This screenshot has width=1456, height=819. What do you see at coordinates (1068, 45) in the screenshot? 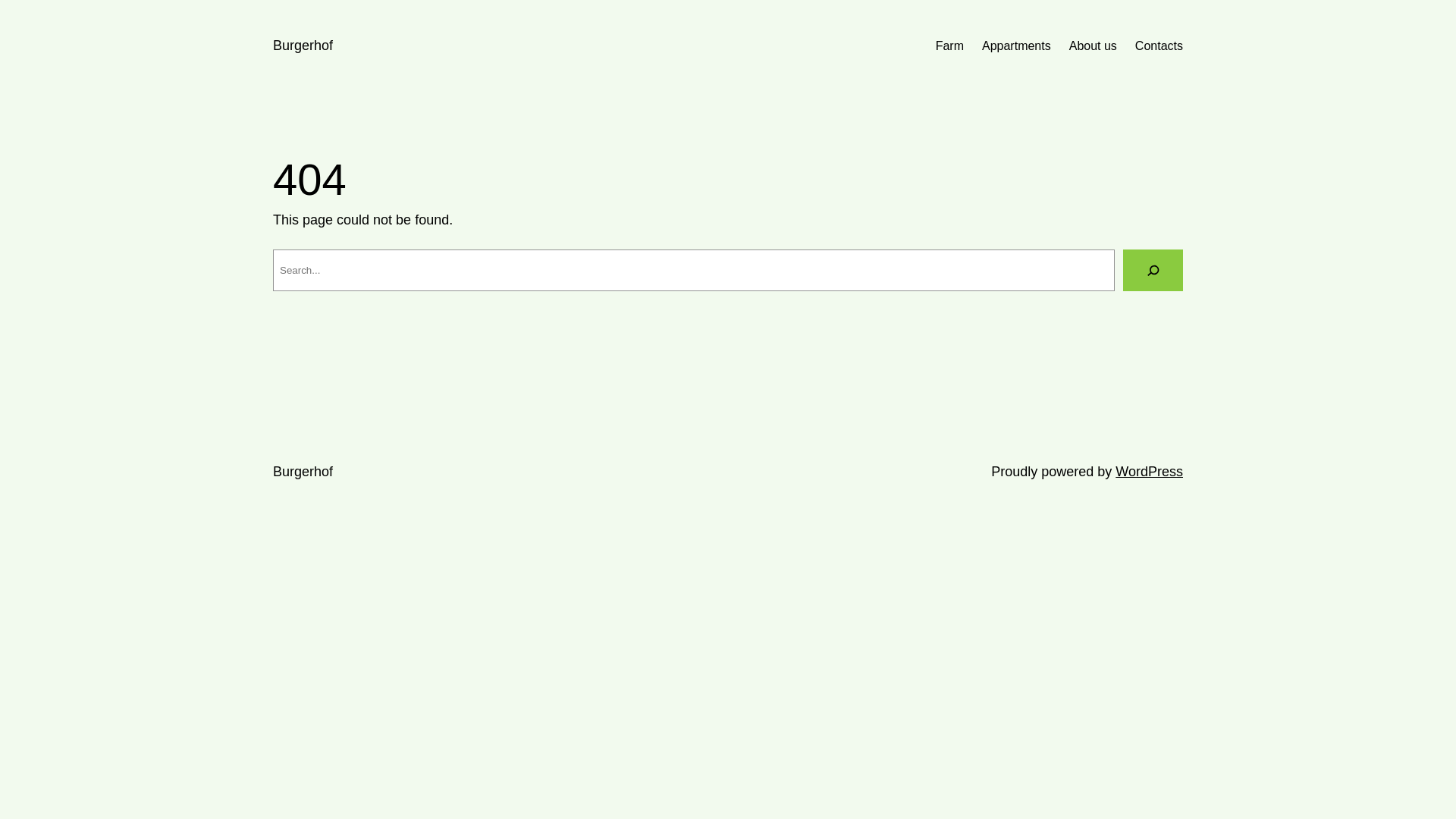
I see `'About us'` at bounding box center [1068, 45].